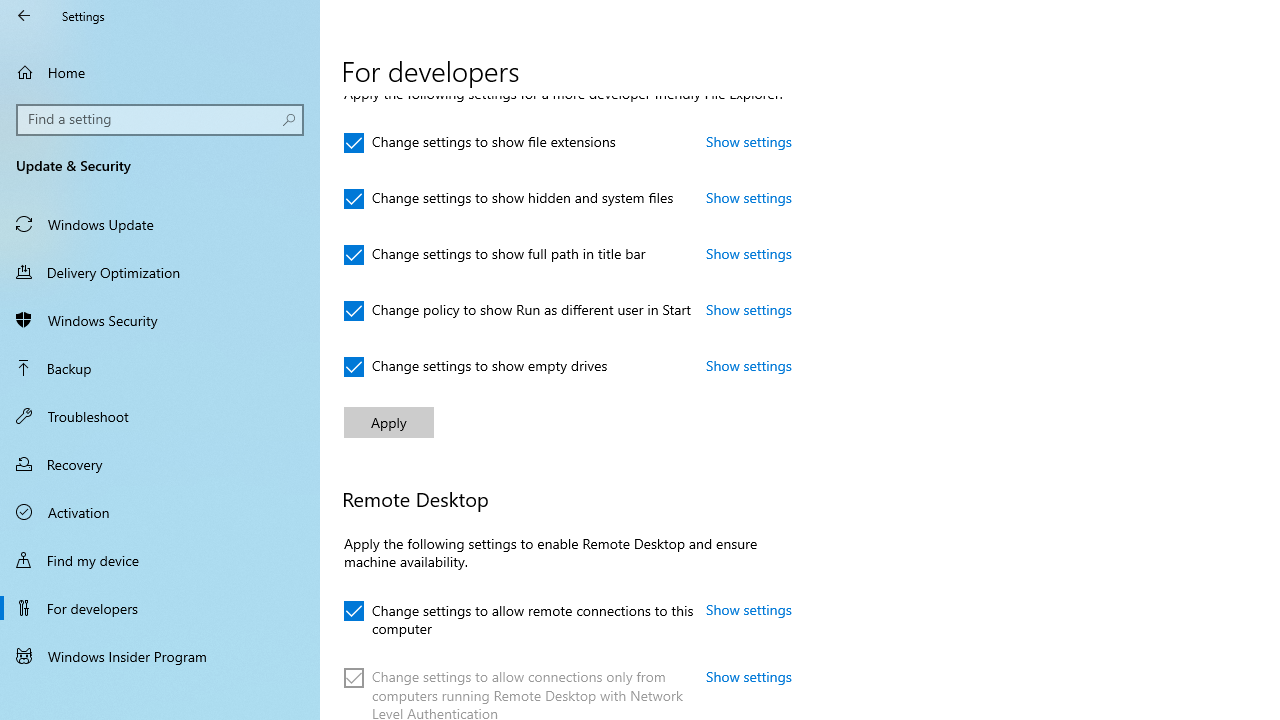 This screenshot has height=720, width=1280. Describe the element at coordinates (160, 319) in the screenshot. I see `'Windows Security'` at that location.